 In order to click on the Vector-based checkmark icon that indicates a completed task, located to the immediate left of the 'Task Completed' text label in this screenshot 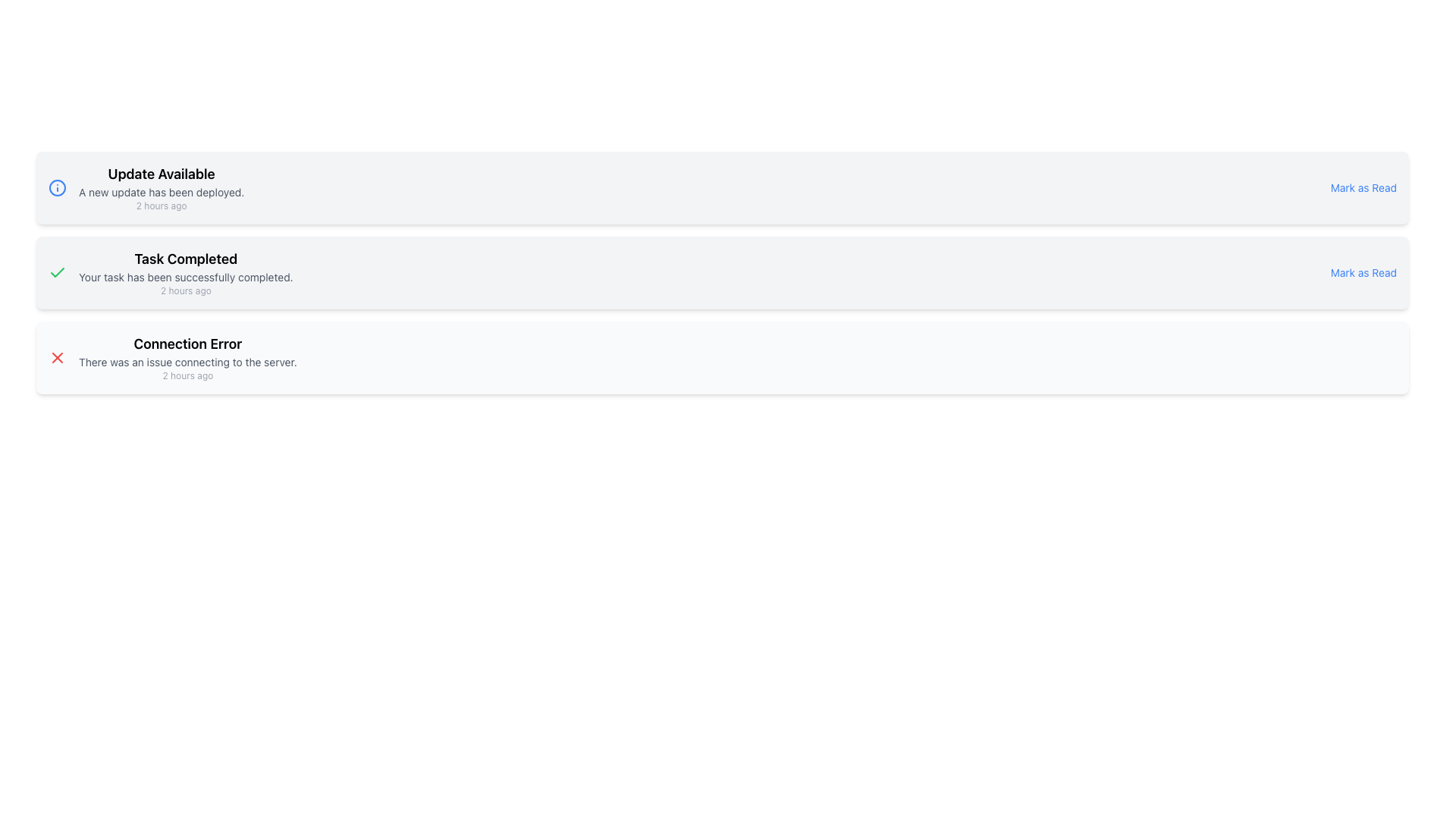, I will do `click(58, 271)`.